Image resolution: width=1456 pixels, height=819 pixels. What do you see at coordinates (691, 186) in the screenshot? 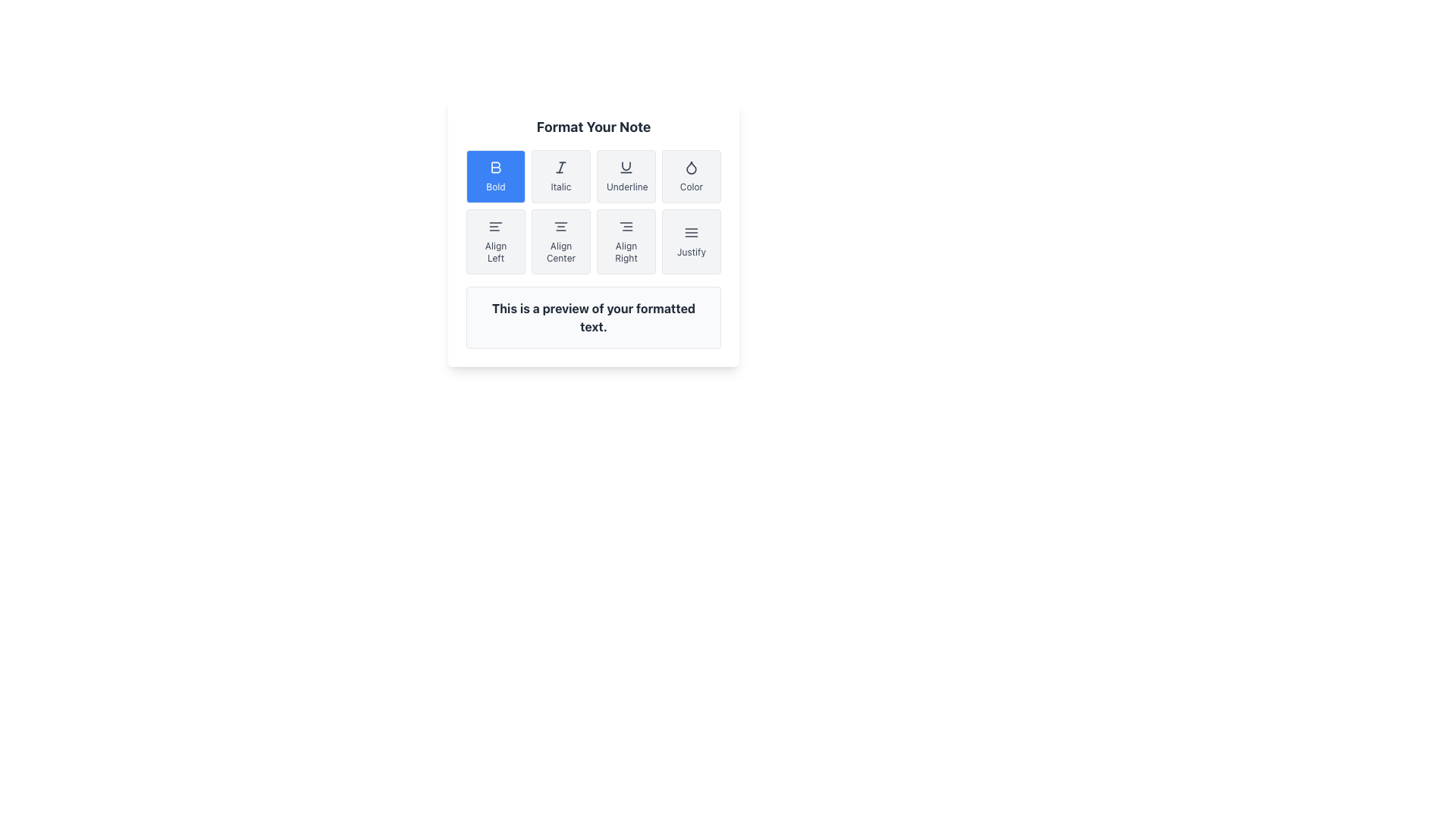
I see `text label that reads 'Color', which is styled with a small font size and is positioned below a water droplet icon in the 'Format Your Note' section` at bounding box center [691, 186].